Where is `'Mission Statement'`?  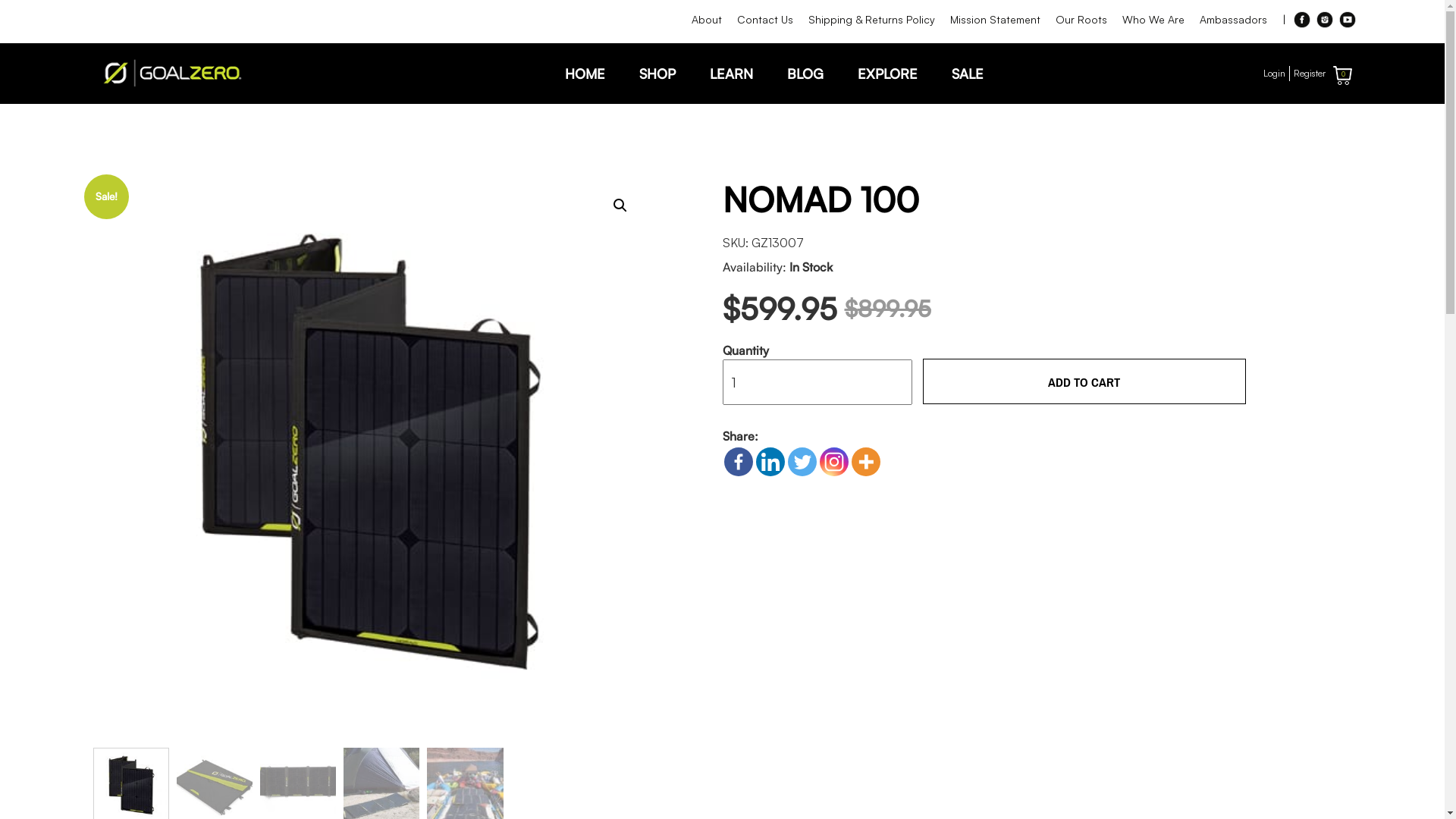
'Mission Statement' is located at coordinates (994, 20).